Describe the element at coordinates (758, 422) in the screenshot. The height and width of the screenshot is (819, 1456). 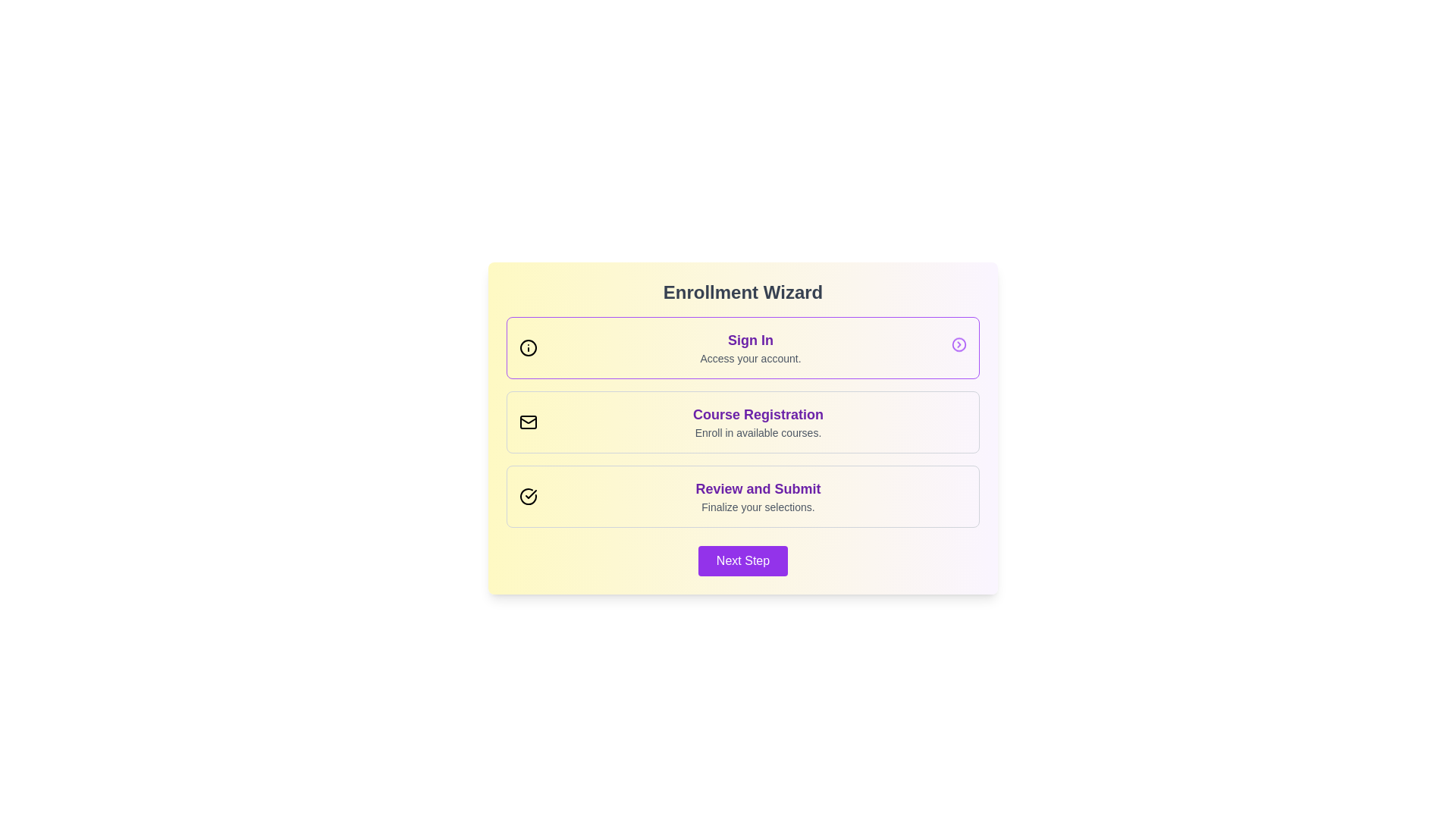
I see `text block that displays 'Course Registration' in bold purple font and 'Enroll in available courses.' in gray font, located in the middle section of the card layout between 'Sign In' and 'Review and Submit'` at that location.